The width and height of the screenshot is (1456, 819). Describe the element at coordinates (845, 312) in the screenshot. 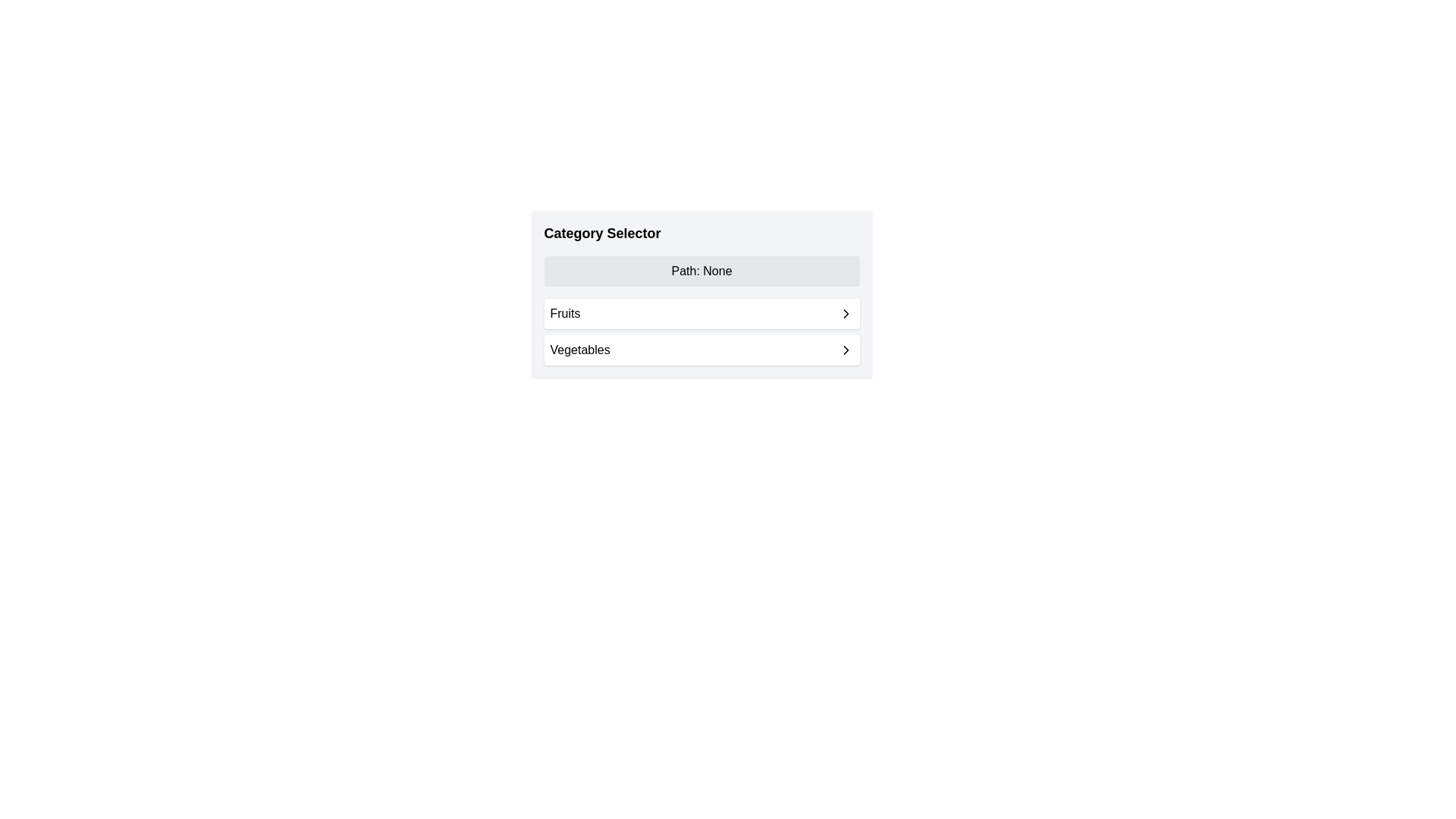

I see `the chevron icon on the right side of the 'Fruits' item in the 'Category Selector'` at that location.